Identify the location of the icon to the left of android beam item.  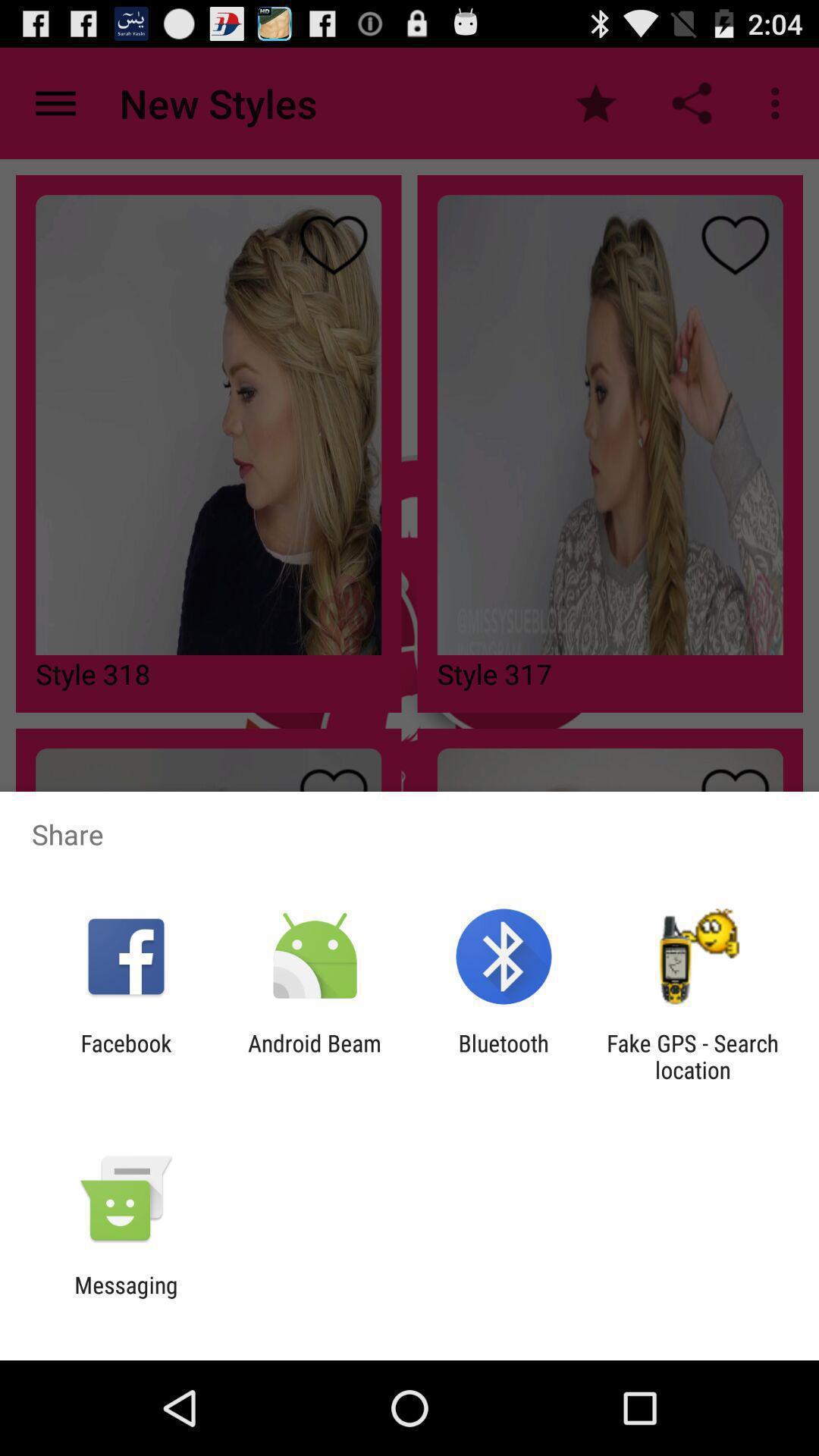
(125, 1056).